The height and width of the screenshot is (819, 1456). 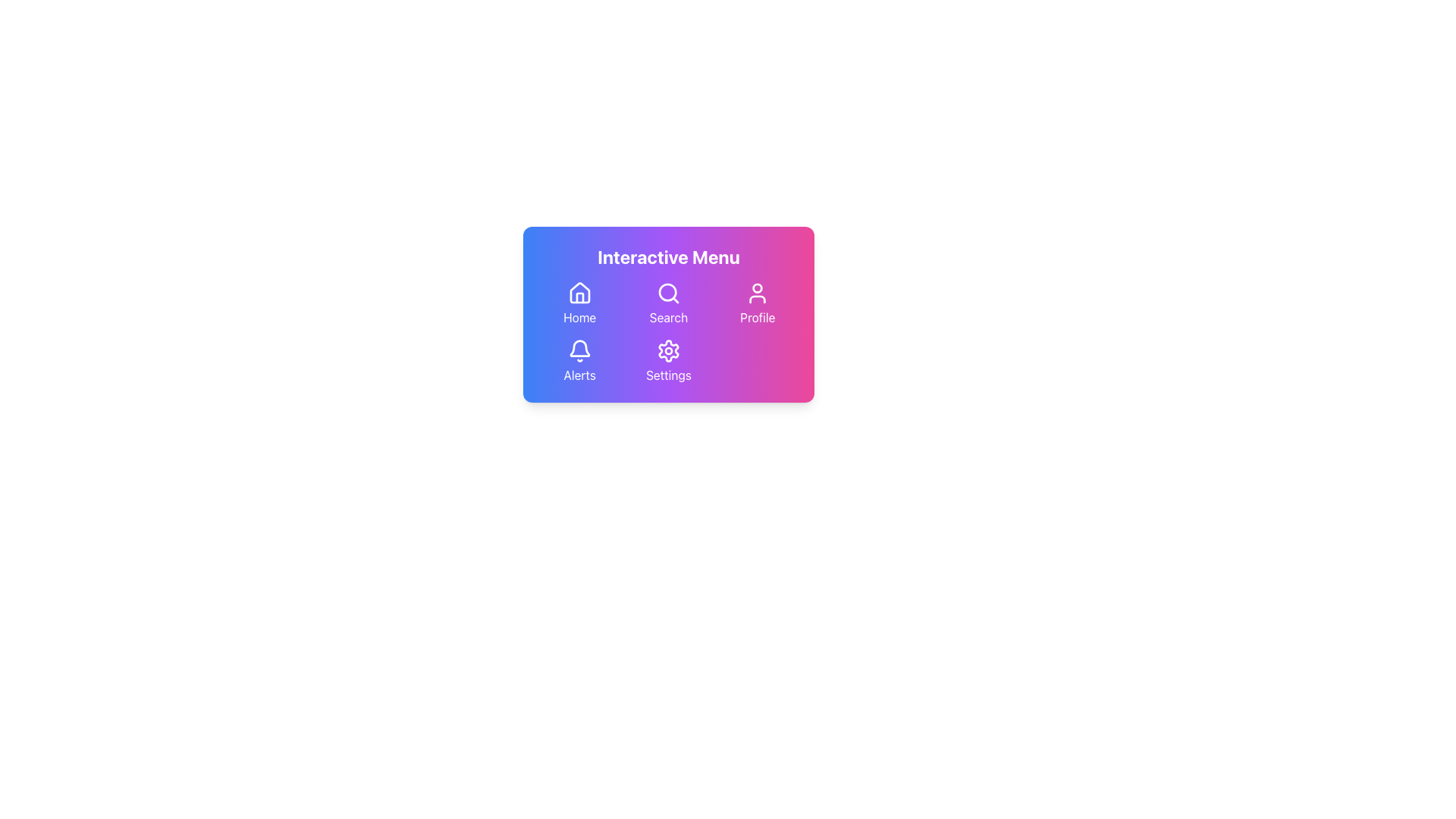 What do you see at coordinates (668, 375) in the screenshot?
I see `the Text Label that describes the settings functionality, located below the gear icon in the 'Settings' button group at the bottom center of the interface card` at bounding box center [668, 375].